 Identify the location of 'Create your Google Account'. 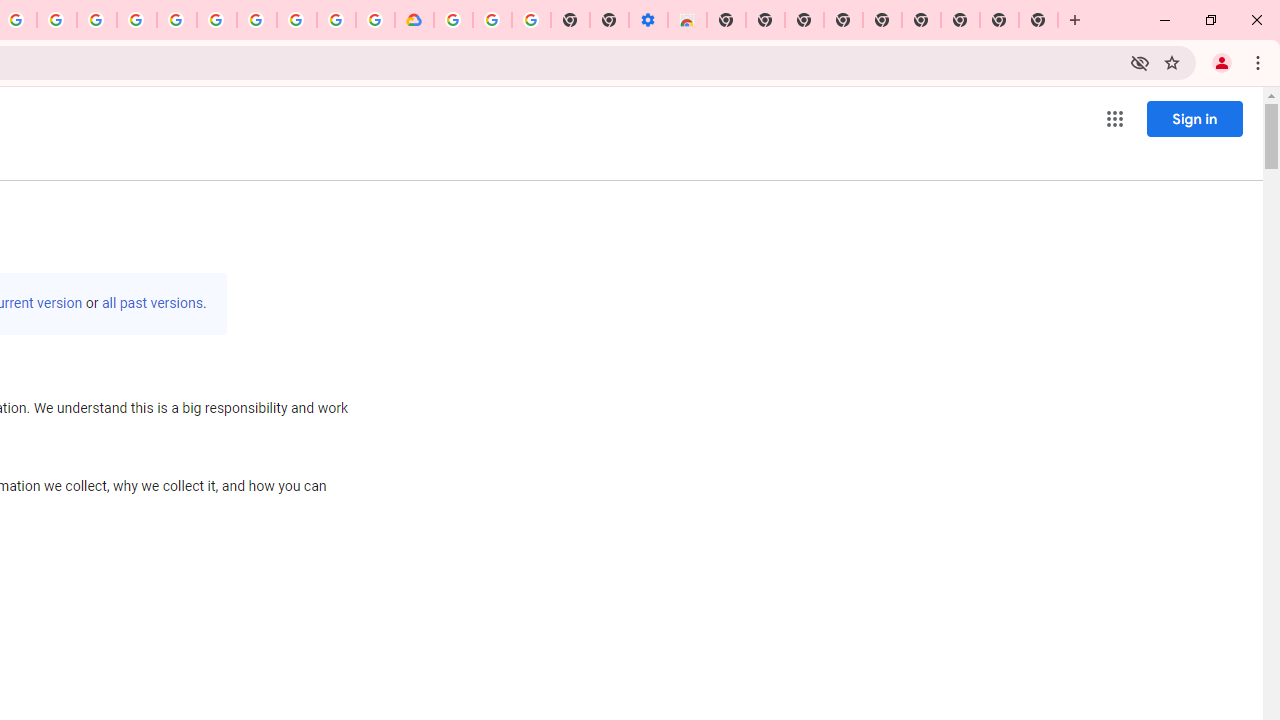
(56, 20).